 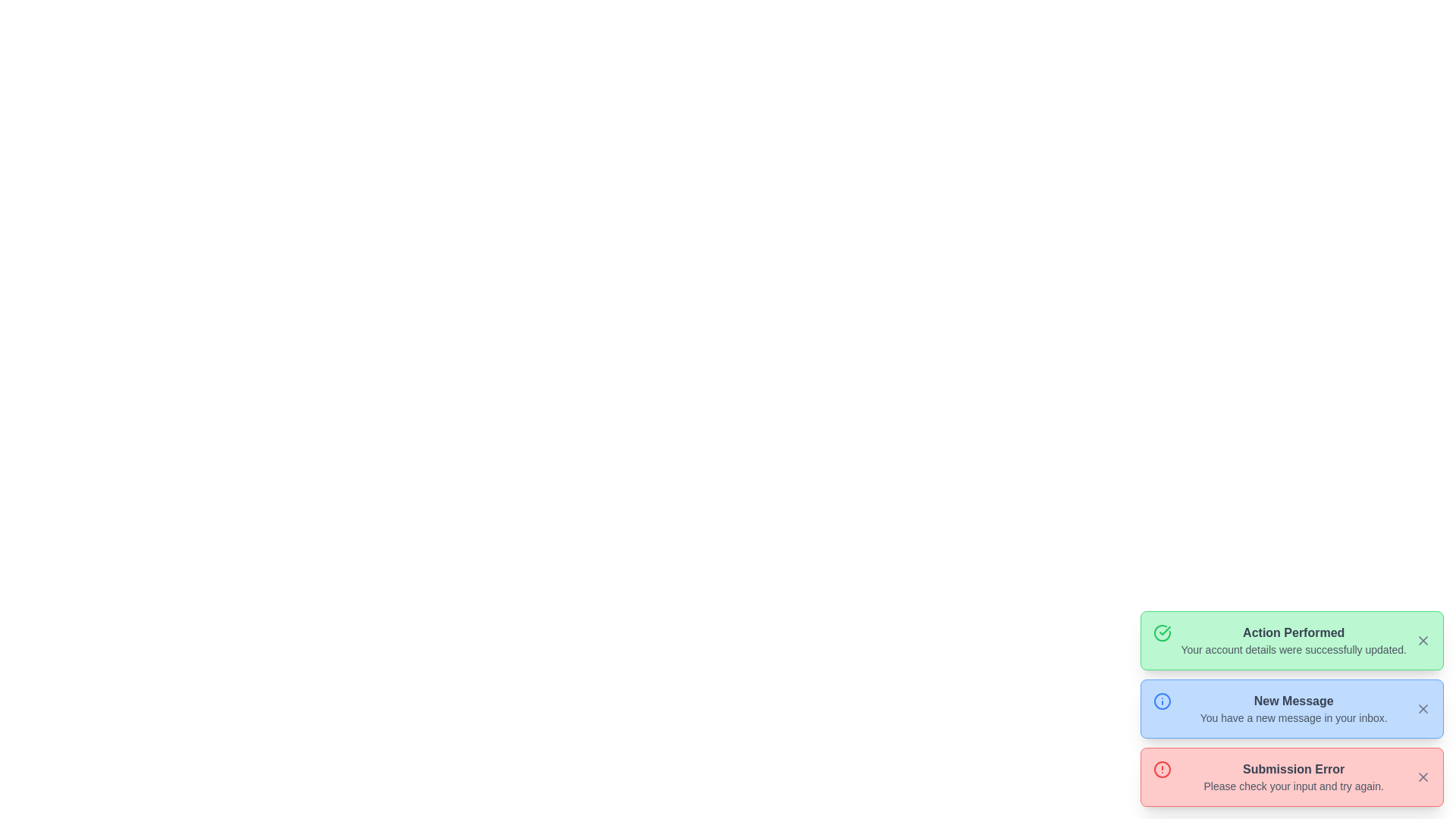 I want to click on the information icon, which is an outlined circle with an 'i' inside, located at the left side of the notification card titled 'New Message', so click(x=1162, y=708).